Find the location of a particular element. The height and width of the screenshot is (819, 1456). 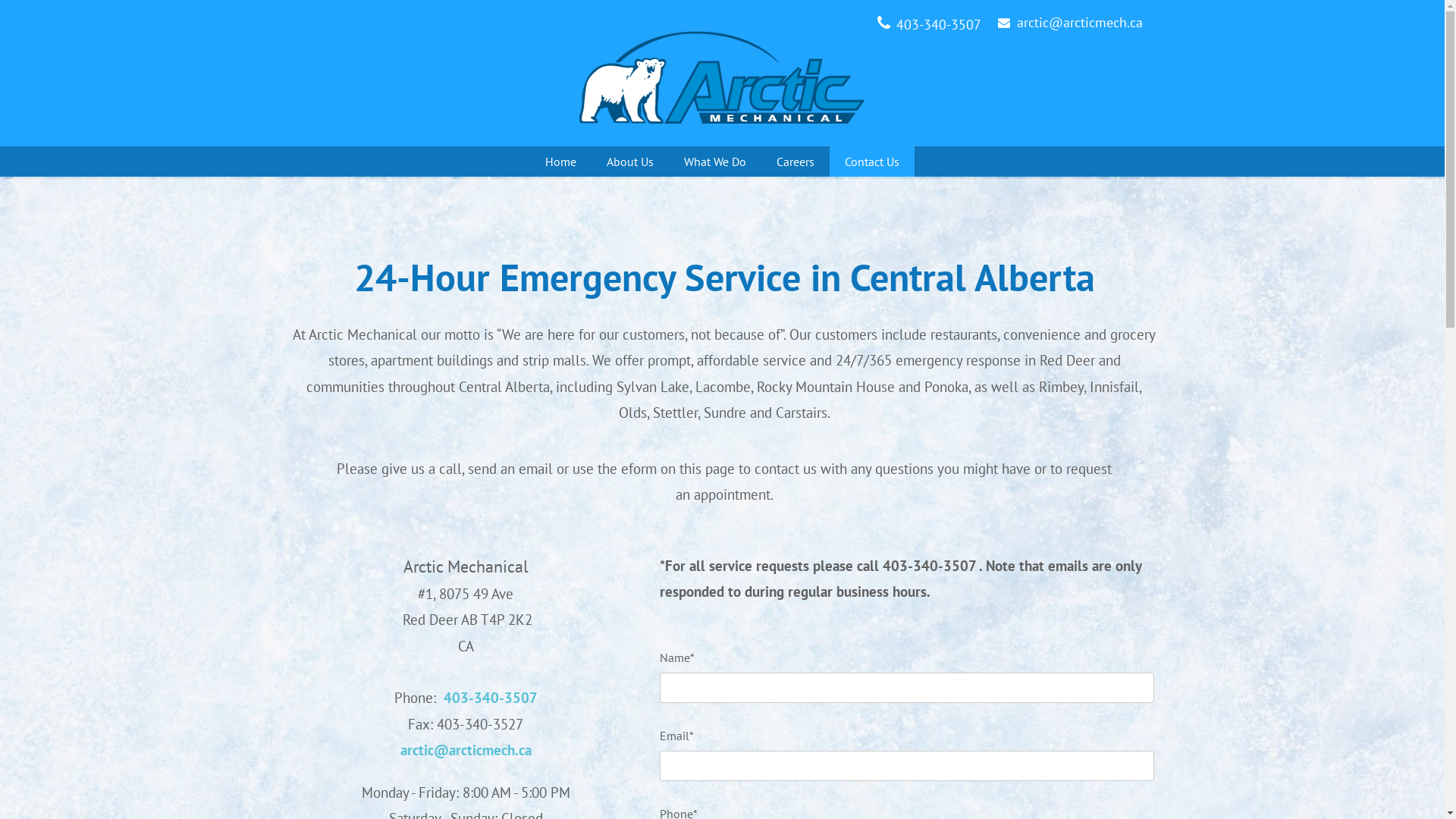

'Contact Us' is located at coordinates (872, 161).